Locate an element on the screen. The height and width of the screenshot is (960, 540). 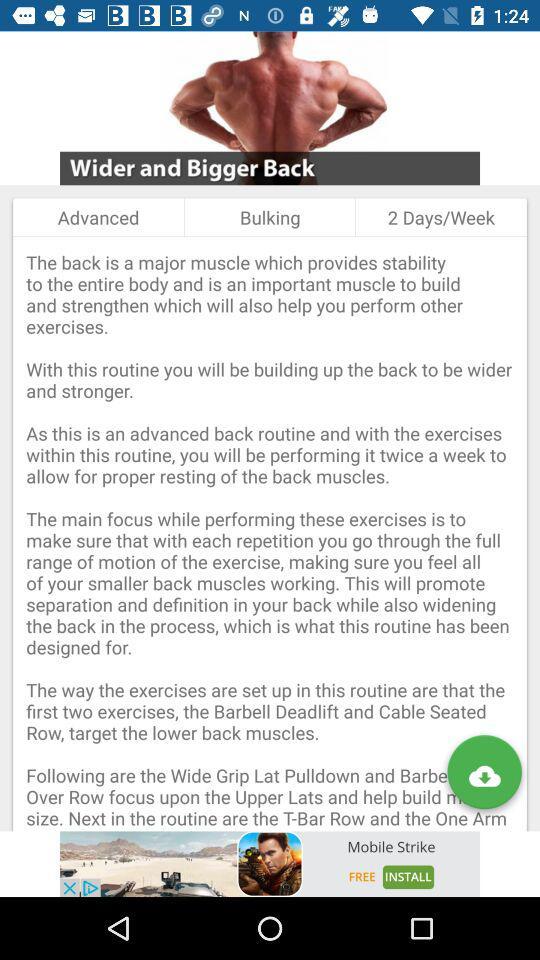
download the app is located at coordinates (483, 775).